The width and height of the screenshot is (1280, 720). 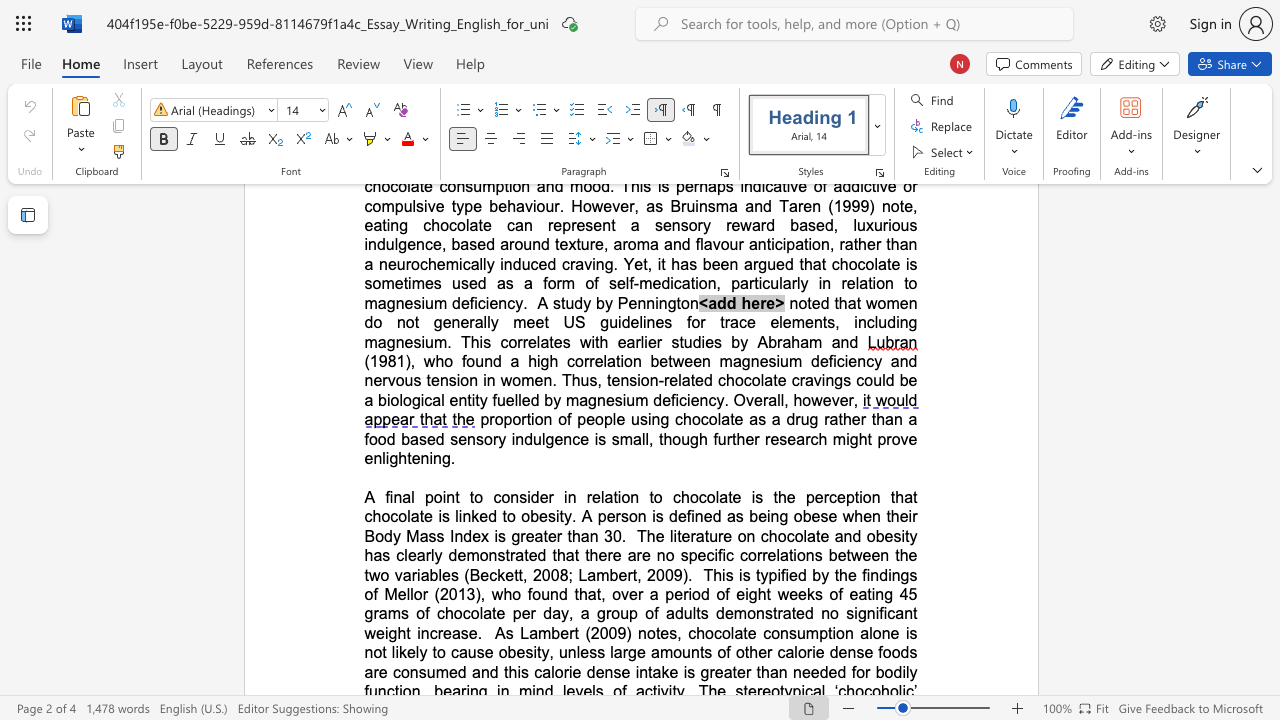 I want to click on the subset text "nal point" within the text "A final point", so click(x=393, y=496).